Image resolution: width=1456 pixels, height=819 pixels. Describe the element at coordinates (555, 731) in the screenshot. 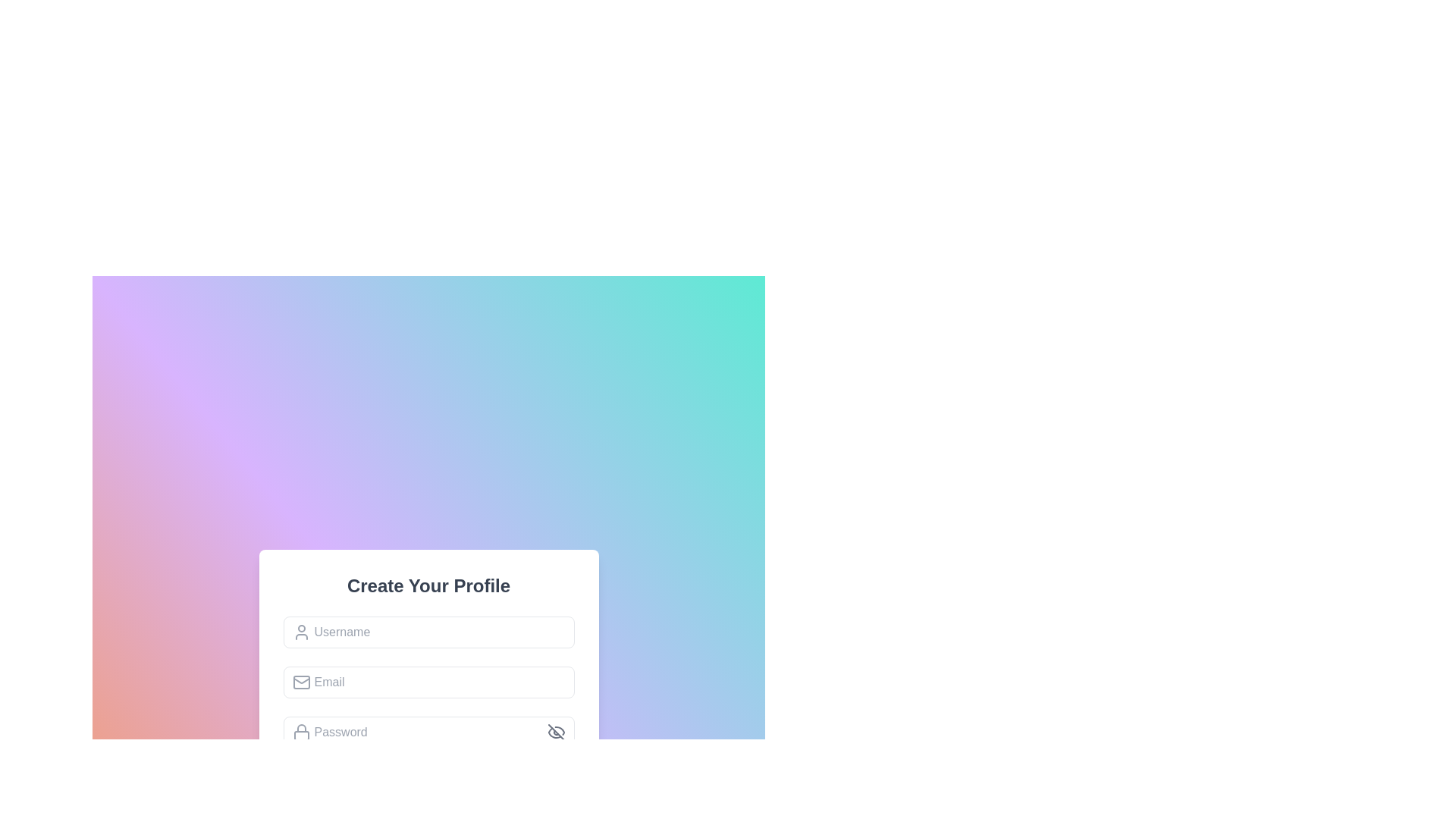

I see `the button located at the right side of the password input field` at that location.